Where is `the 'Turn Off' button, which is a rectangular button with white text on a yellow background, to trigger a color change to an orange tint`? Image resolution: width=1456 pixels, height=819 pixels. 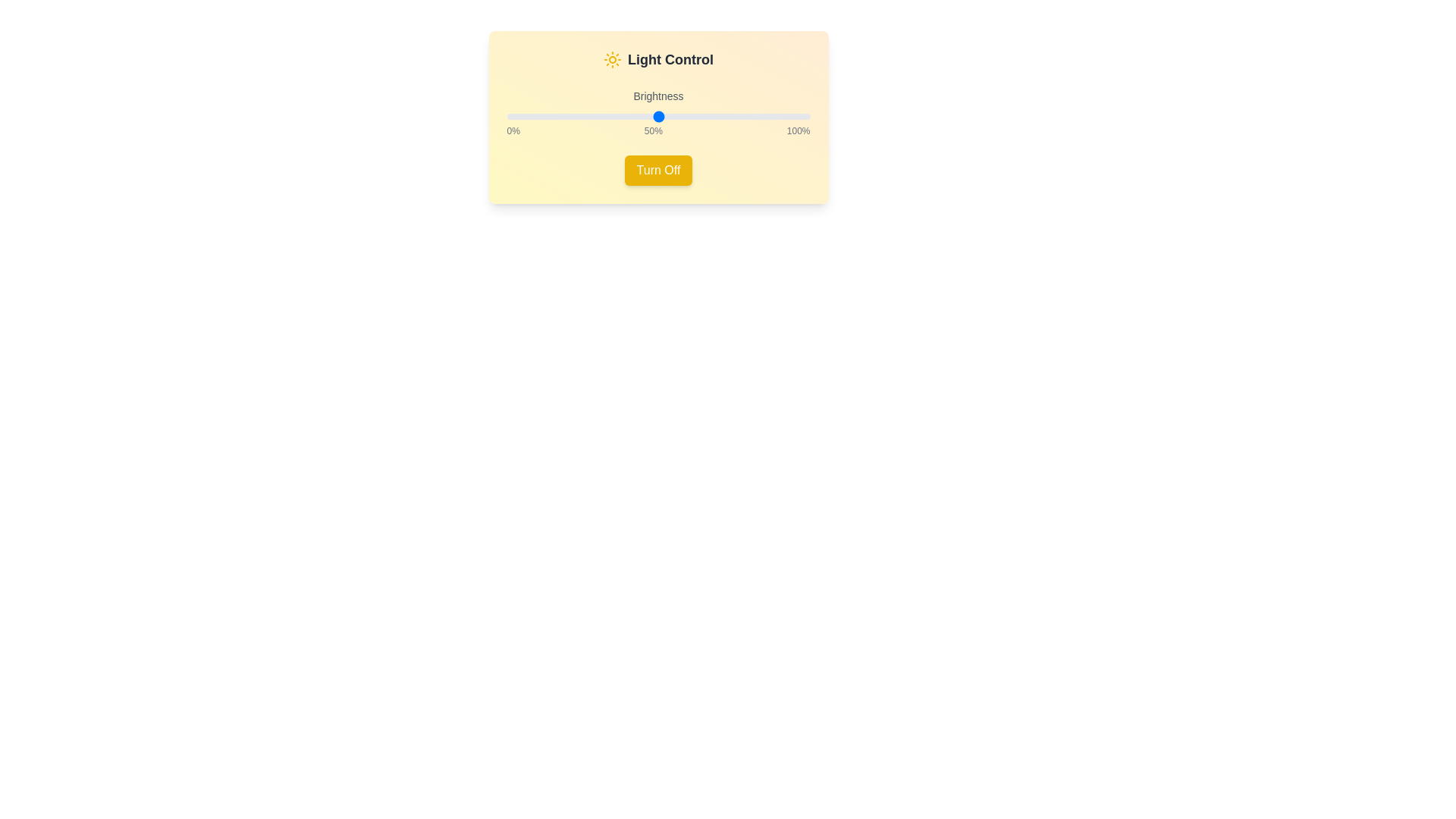
the 'Turn Off' button, which is a rectangular button with white text on a yellow background, to trigger a color change to an orange tint is located at coordinates (658, 170).